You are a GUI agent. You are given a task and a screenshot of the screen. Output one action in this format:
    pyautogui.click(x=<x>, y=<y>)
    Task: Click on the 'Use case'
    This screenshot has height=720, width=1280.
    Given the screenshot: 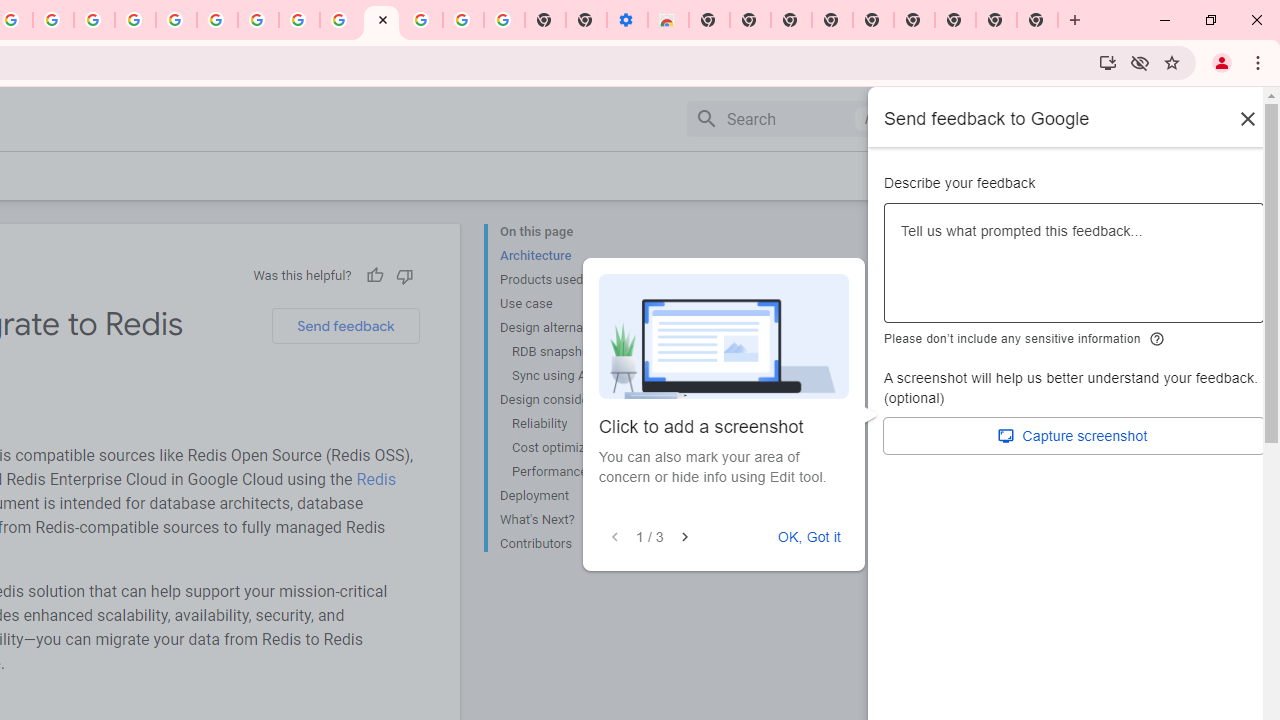 What is the action you would take?
    pyautogui.click(x=579, y=304)
    